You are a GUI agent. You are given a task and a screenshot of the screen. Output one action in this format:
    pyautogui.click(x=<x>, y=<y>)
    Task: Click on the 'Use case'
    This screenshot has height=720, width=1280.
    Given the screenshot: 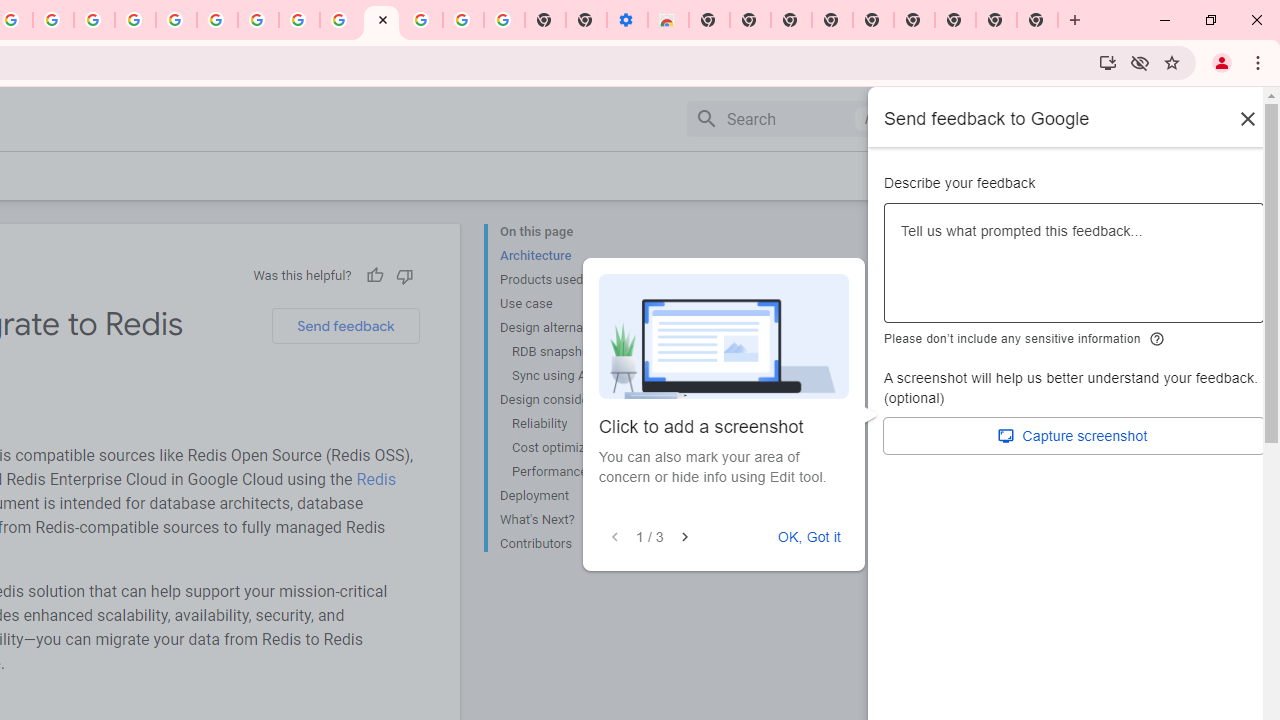 What is the action you would take?
    pyautogui.click(x=579, y=304)
    